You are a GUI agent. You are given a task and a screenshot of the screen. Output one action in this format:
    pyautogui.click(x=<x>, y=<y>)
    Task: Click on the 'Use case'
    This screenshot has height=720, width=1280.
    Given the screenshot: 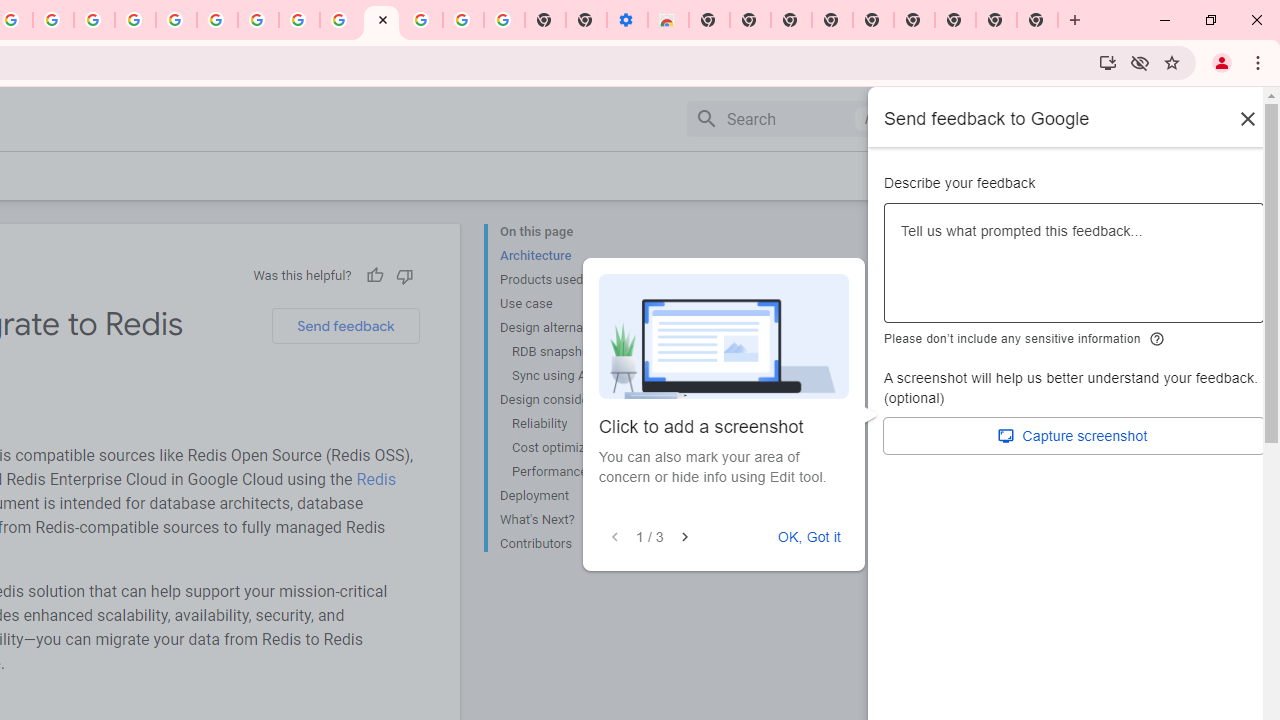 What is the action you would take?
    pyautogui.click(x=579, y=304)
    